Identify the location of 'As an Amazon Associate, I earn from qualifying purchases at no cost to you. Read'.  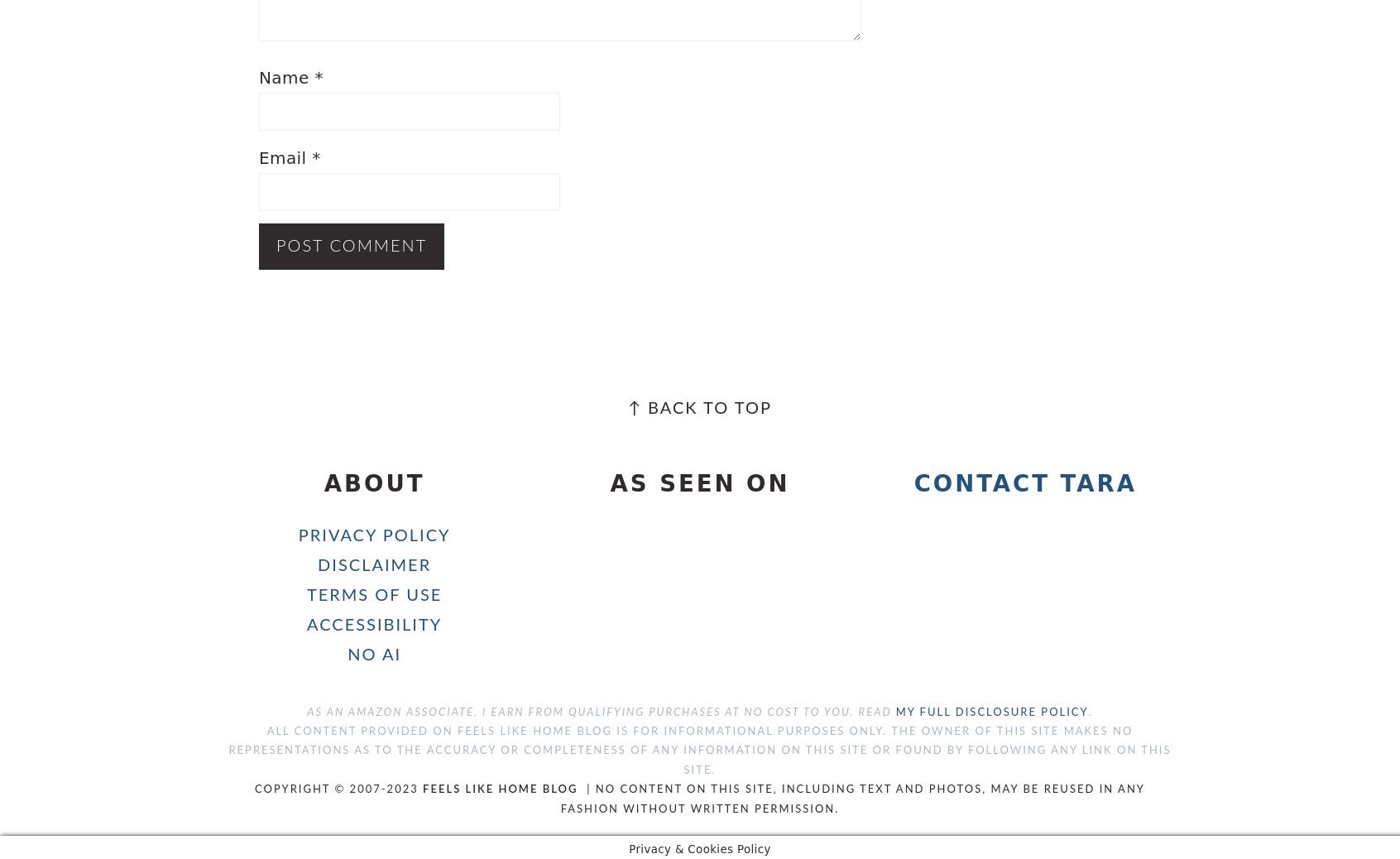
(600, 712).